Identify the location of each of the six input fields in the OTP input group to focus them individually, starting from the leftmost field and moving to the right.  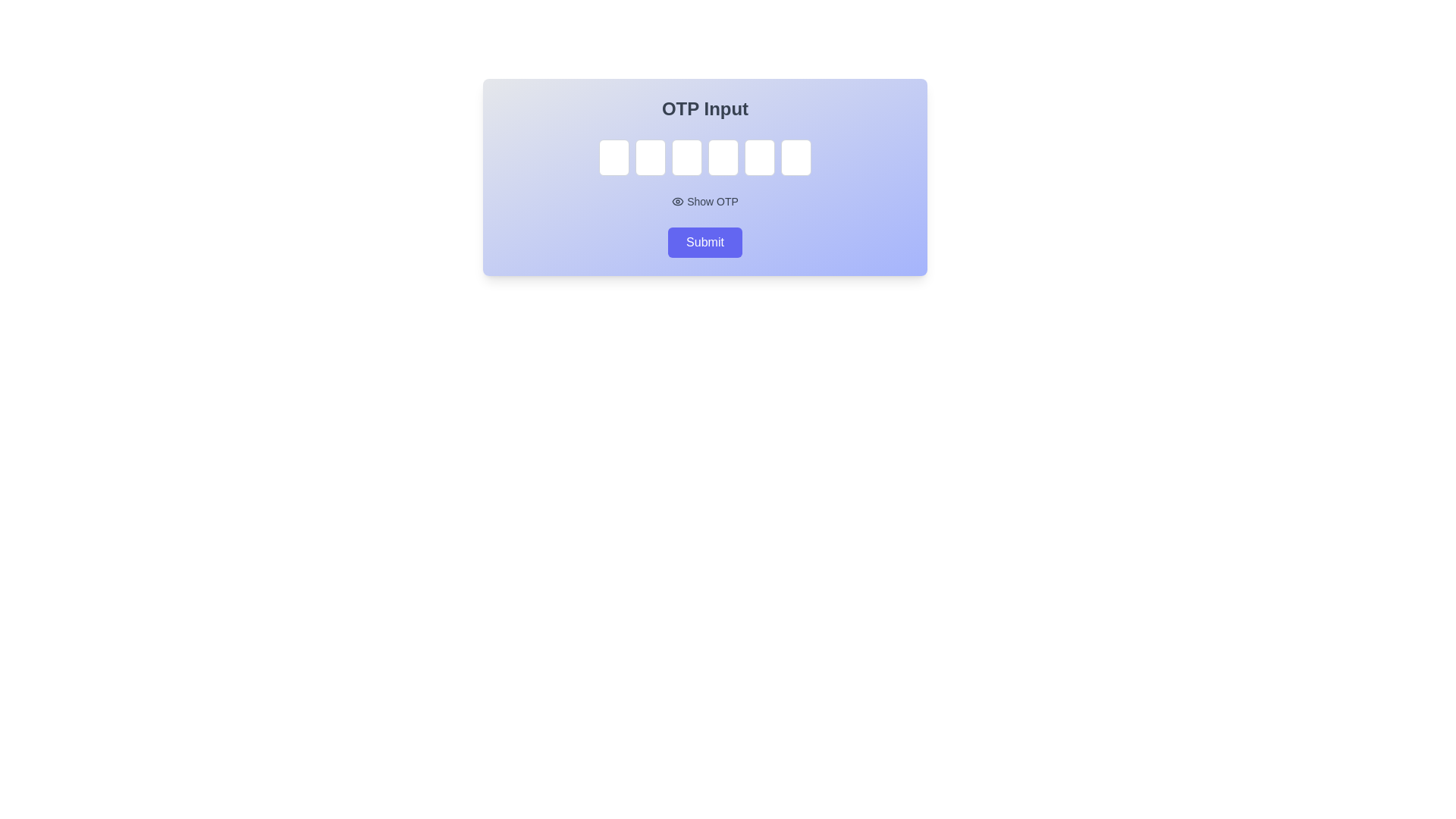
(704, 158).